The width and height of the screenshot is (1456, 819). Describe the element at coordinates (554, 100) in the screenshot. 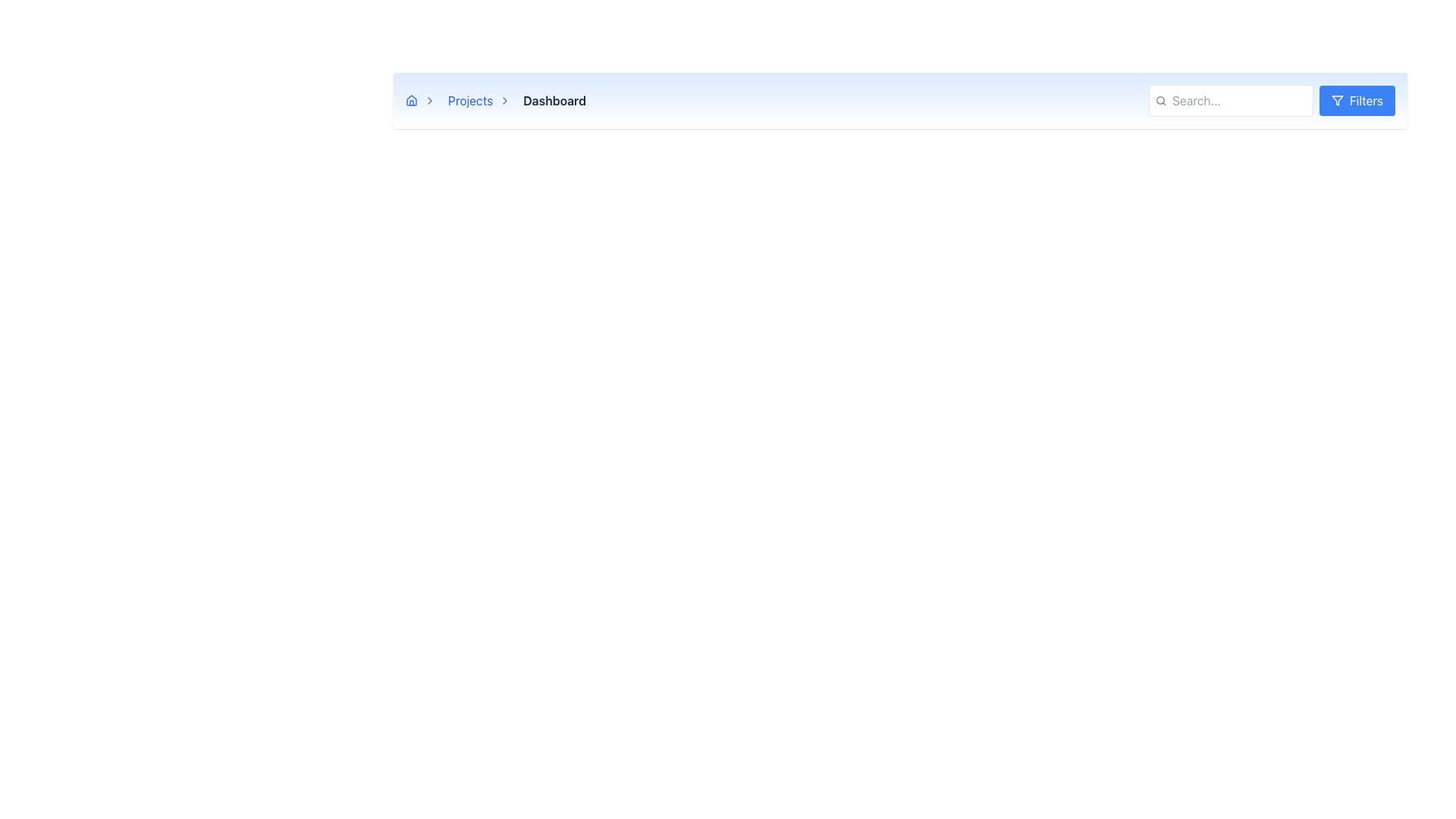

I see `text content of the 'Dashboard' text component located in the light blue colored top navigation bar, which is the last item in a breadcrumb trail and positioned to the right of the 'Projects' label` at that location.